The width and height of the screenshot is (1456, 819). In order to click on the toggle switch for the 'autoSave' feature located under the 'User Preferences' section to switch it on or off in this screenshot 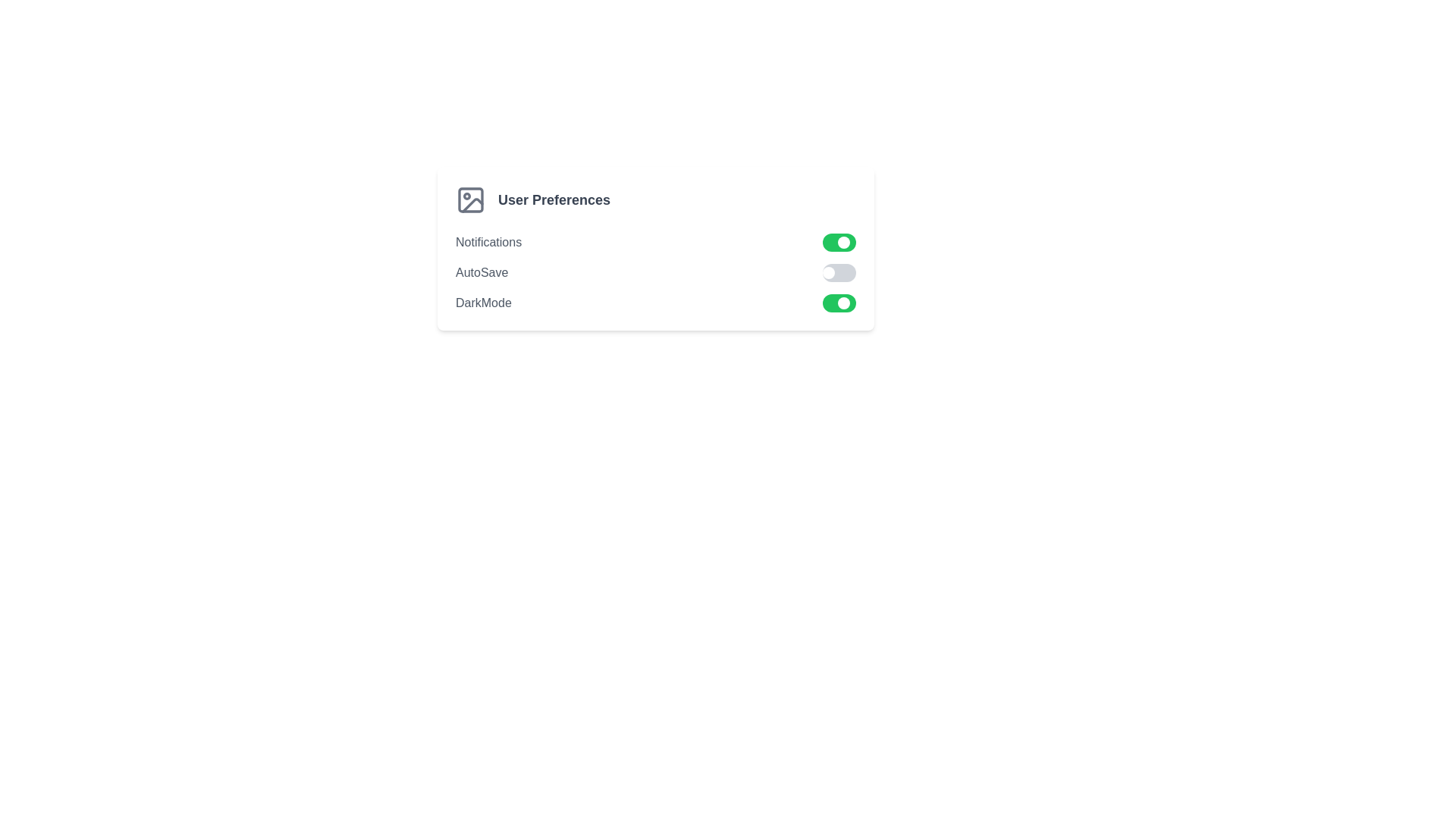, I will do `click(655, 271)`.